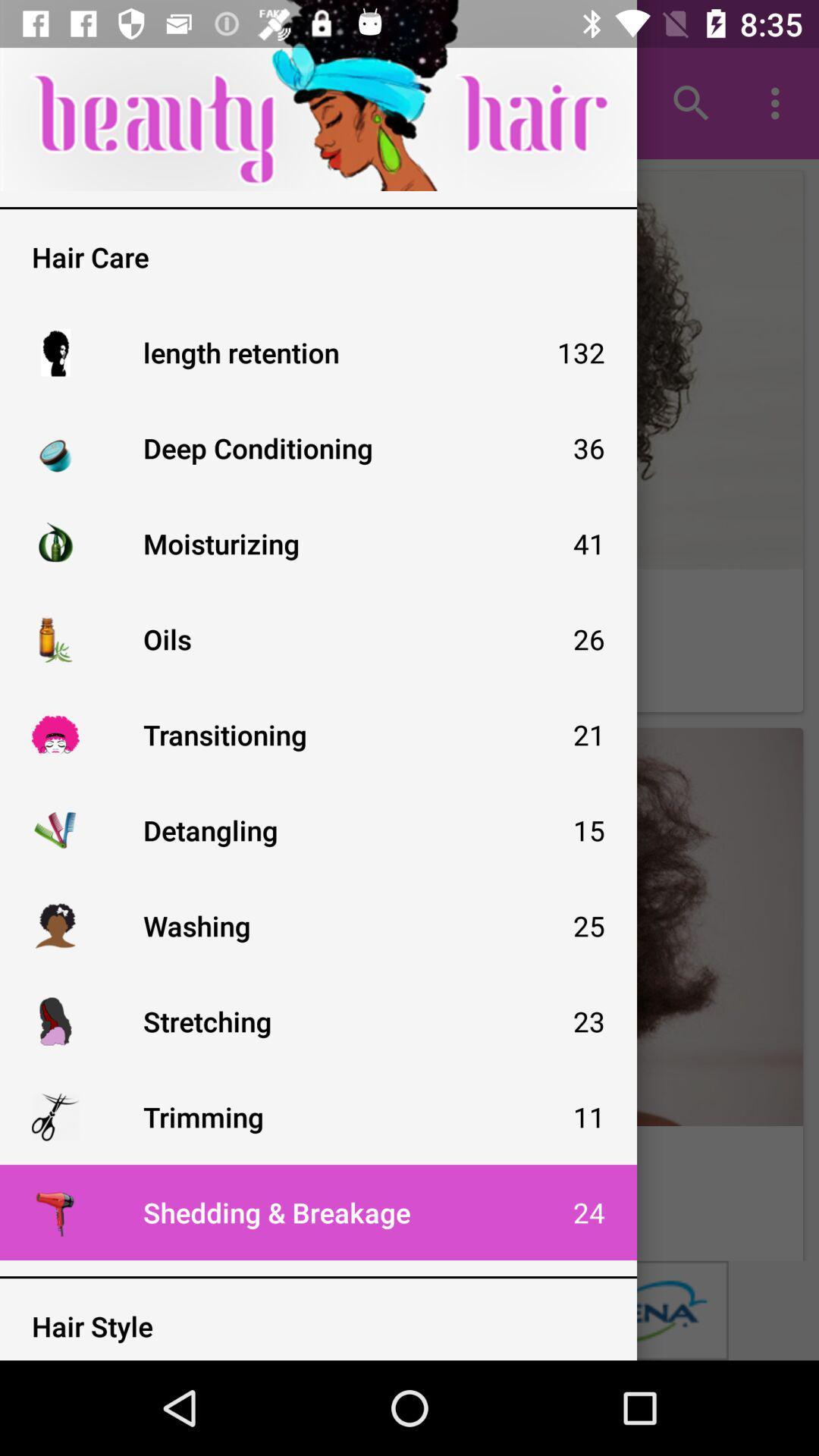 The height and width of the screenshot is (1456, 819). What do you see at coordinates (55, 1211) in the screenshot?
I see `tap the blow drier icon` at bounding box center [55, 1211].